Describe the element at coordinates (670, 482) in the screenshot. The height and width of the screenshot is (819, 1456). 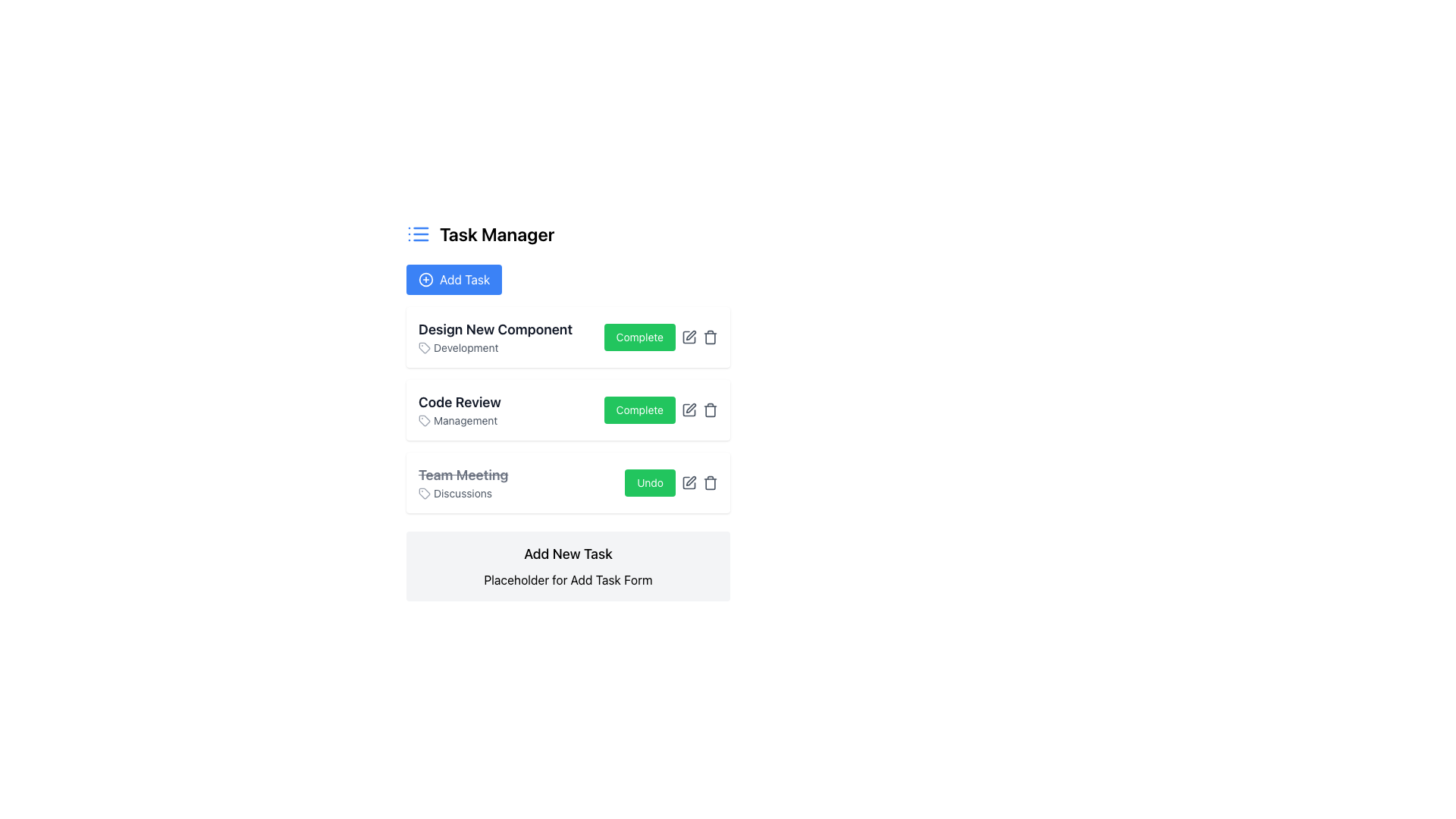
I see `the undo button located in the third task row under 'Team Meeting', positioned between the edit pencil icon and the delete trash can icon` at that location.